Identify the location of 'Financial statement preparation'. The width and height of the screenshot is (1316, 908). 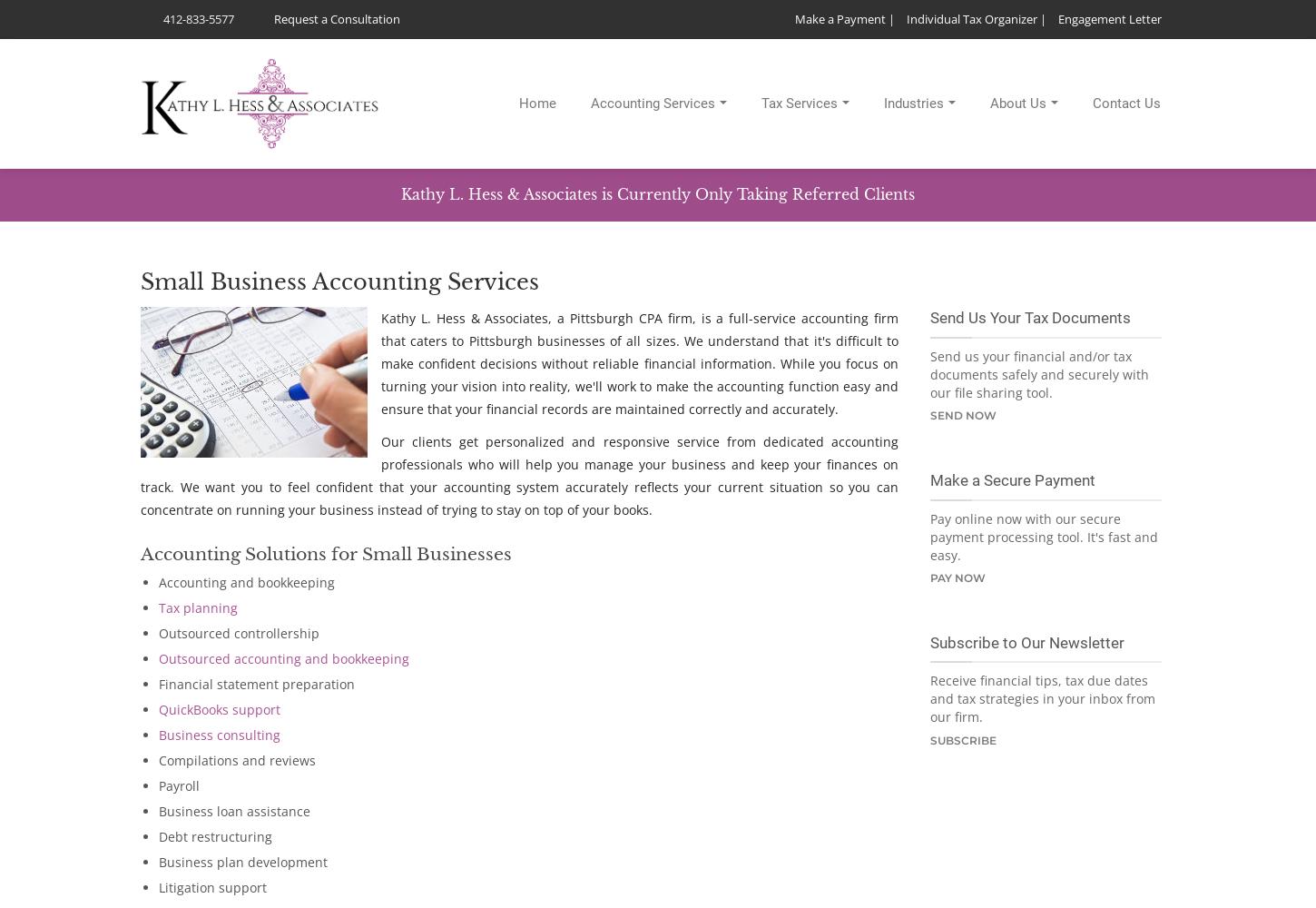
(158, 684).